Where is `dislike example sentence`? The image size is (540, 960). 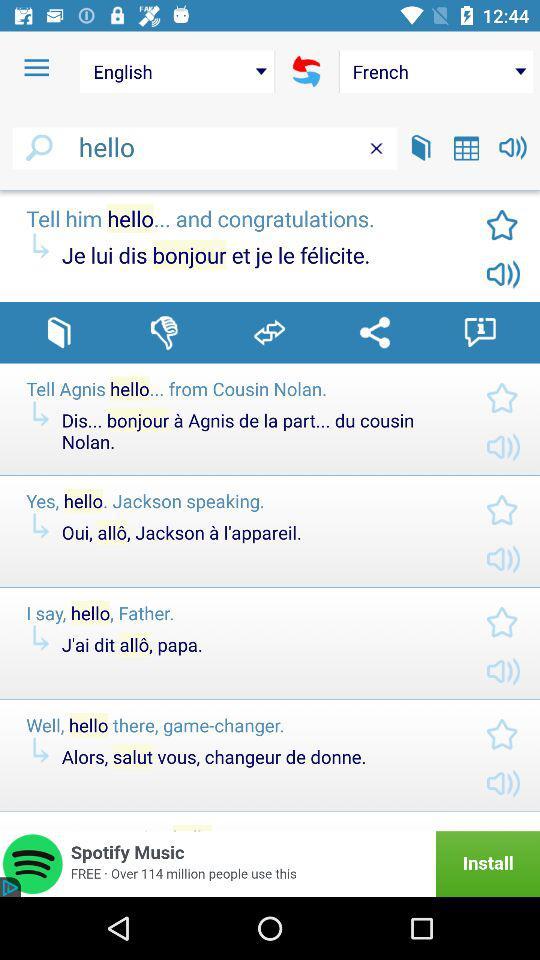 dislike example sentence is located at coordinates (163, 332).